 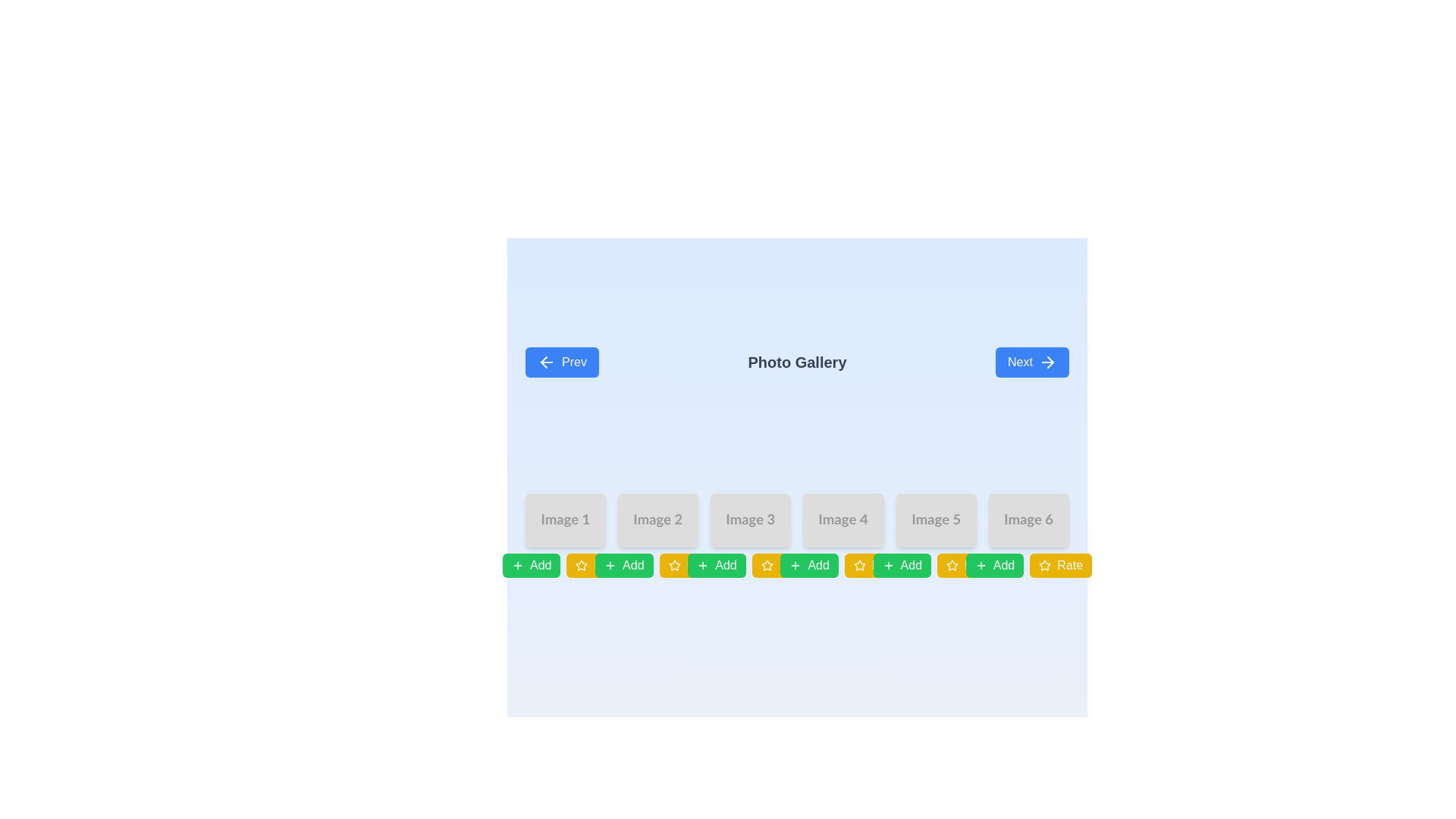 I want to click on the star-shaped icon with a yellow outline located to the left of the 'Rate' text to interact, so click(x=1043, y=564).